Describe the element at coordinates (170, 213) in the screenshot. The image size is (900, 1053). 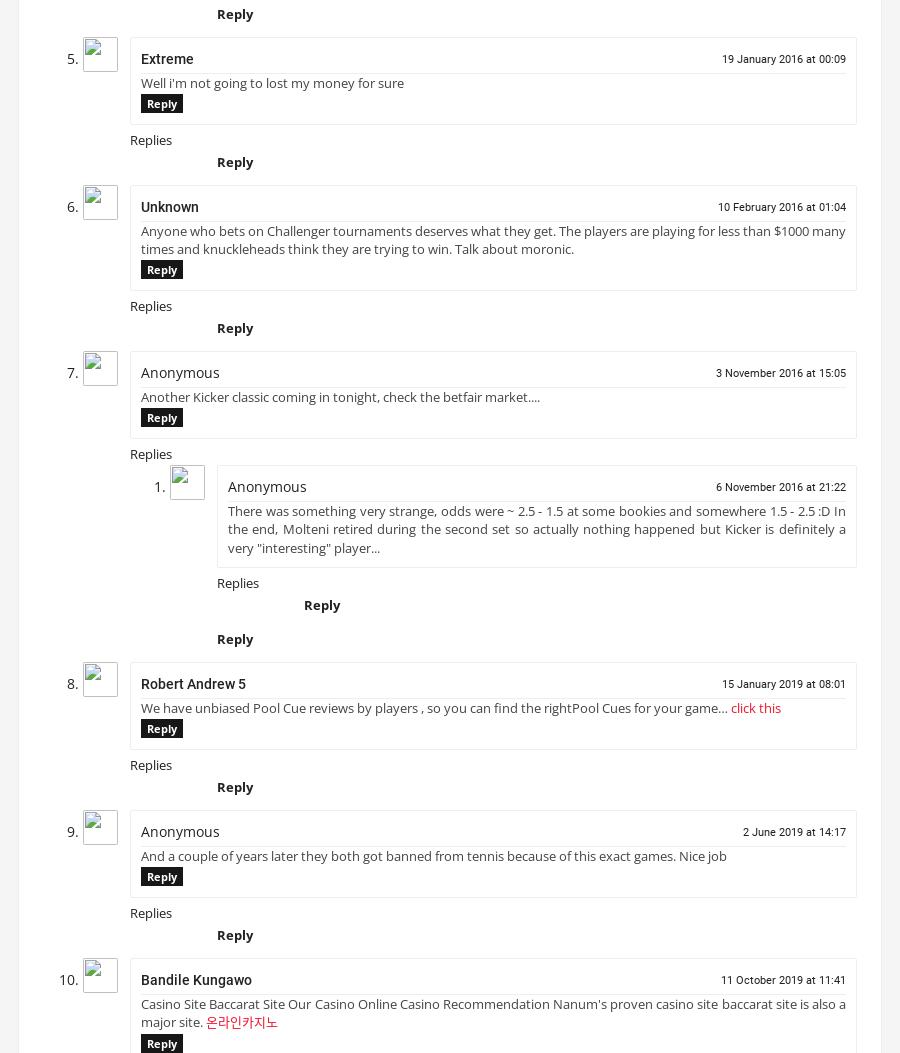
I see `'Unknown'` at that location.